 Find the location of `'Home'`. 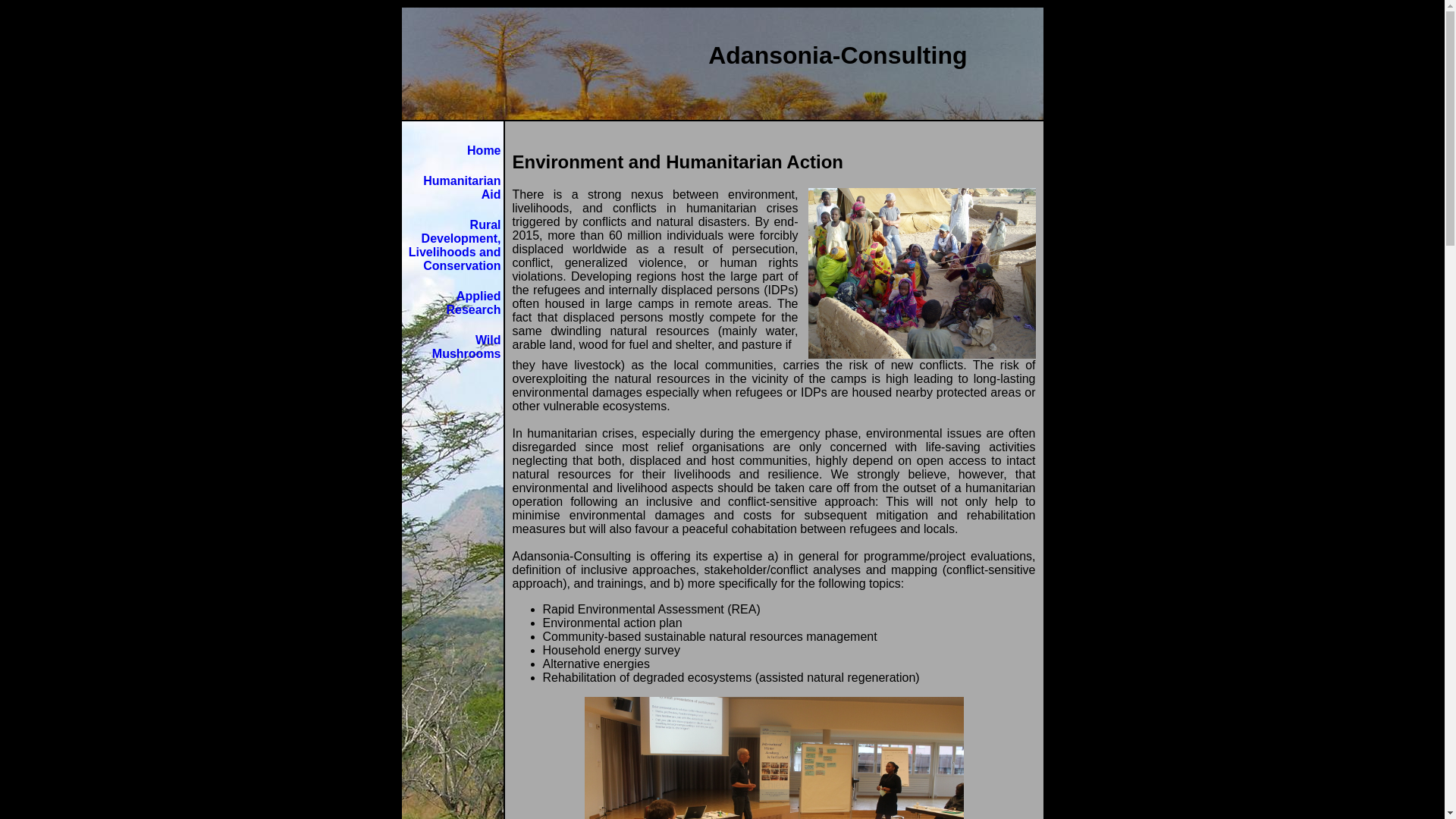

'Home' is located at coordinates (483, 150).